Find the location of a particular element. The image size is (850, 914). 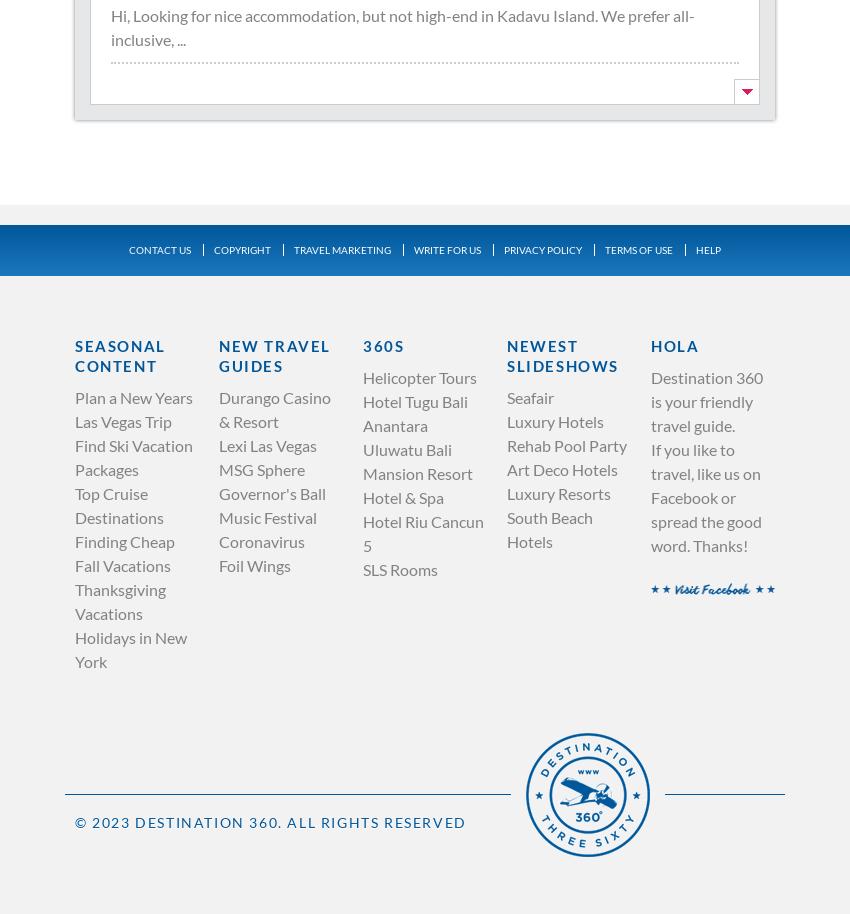

'Contact Us' is located at coordinates (159, 248).